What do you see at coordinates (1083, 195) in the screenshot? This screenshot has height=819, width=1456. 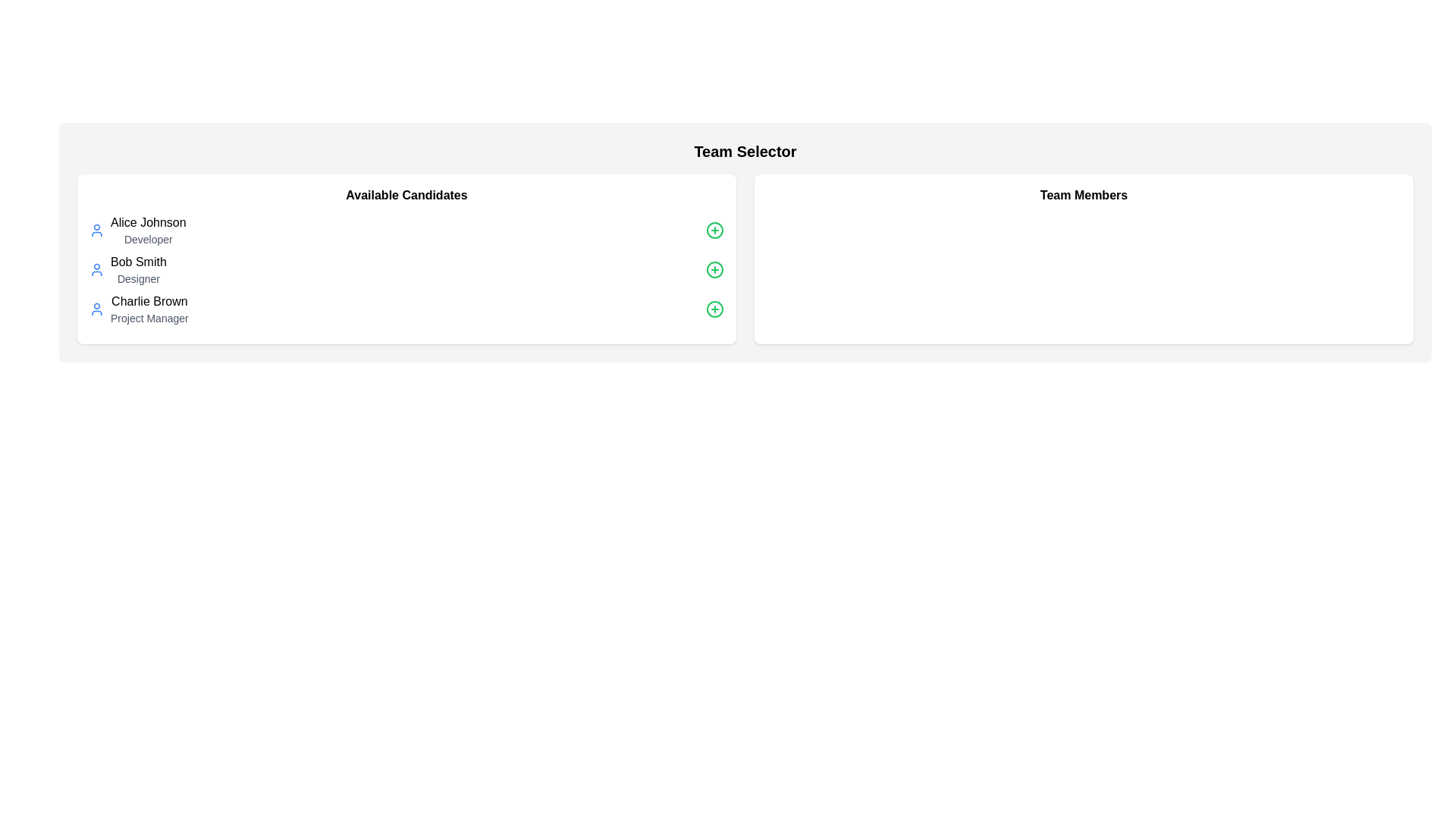 I see `the bold 'Team Members' text label located at the top of the right panel, which is styled with a semi-bold font and has a white box with rounded corners` at bounding box center [1083, 195].